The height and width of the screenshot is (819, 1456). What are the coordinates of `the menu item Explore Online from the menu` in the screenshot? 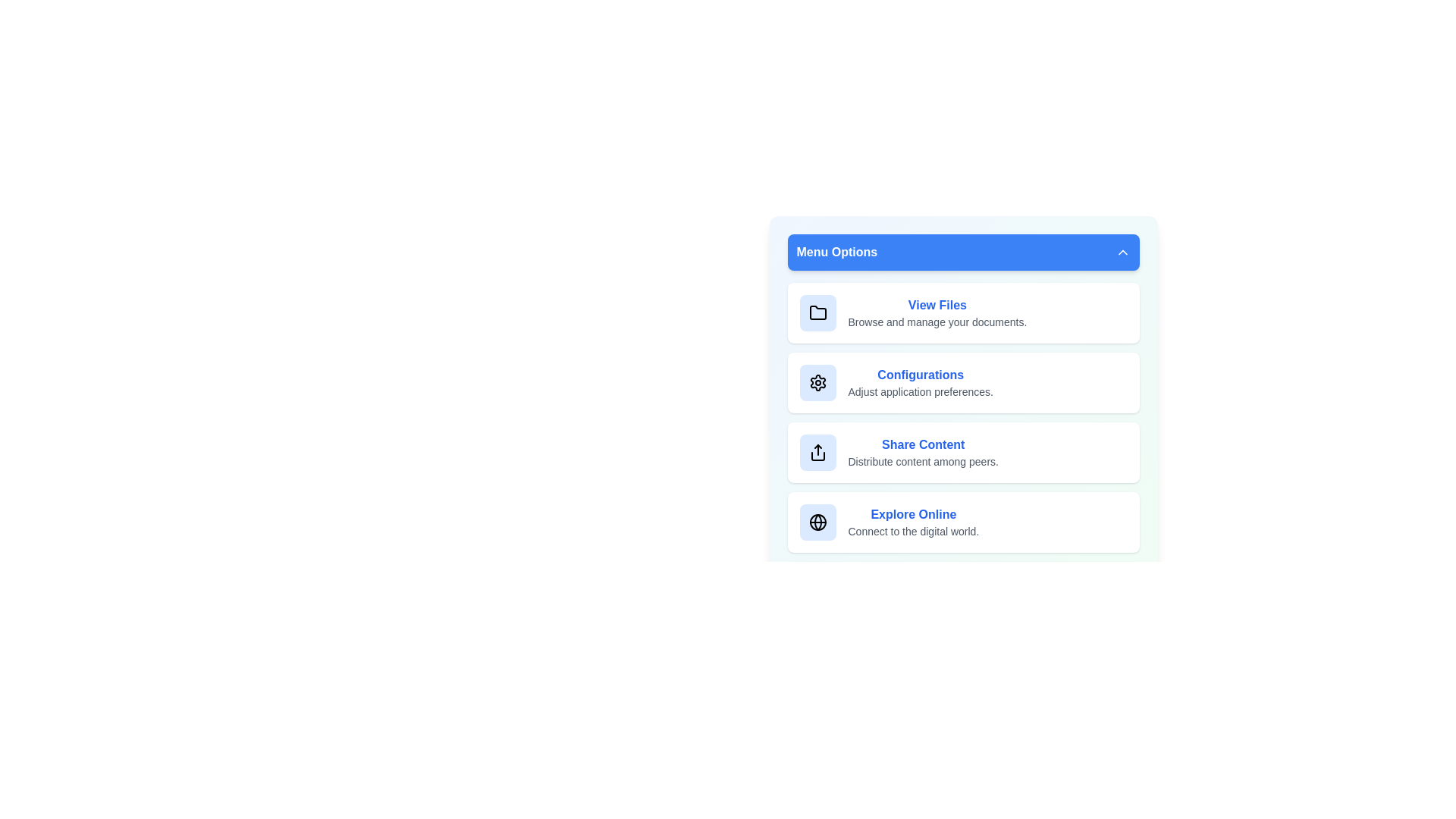 It's located at (962, 522).